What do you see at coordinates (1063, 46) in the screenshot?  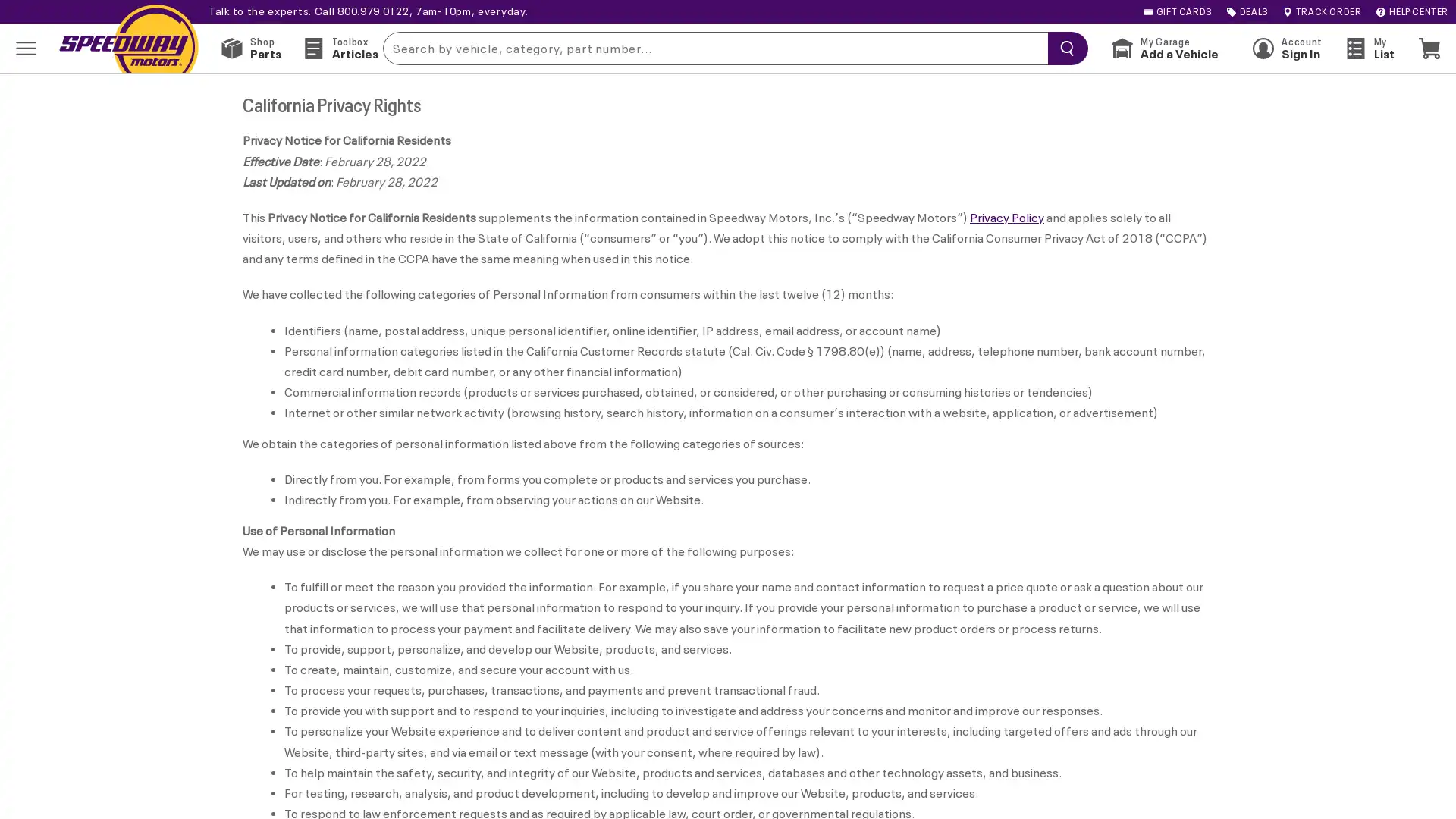 I see `searchButton` at bounding box center [1063, 46].